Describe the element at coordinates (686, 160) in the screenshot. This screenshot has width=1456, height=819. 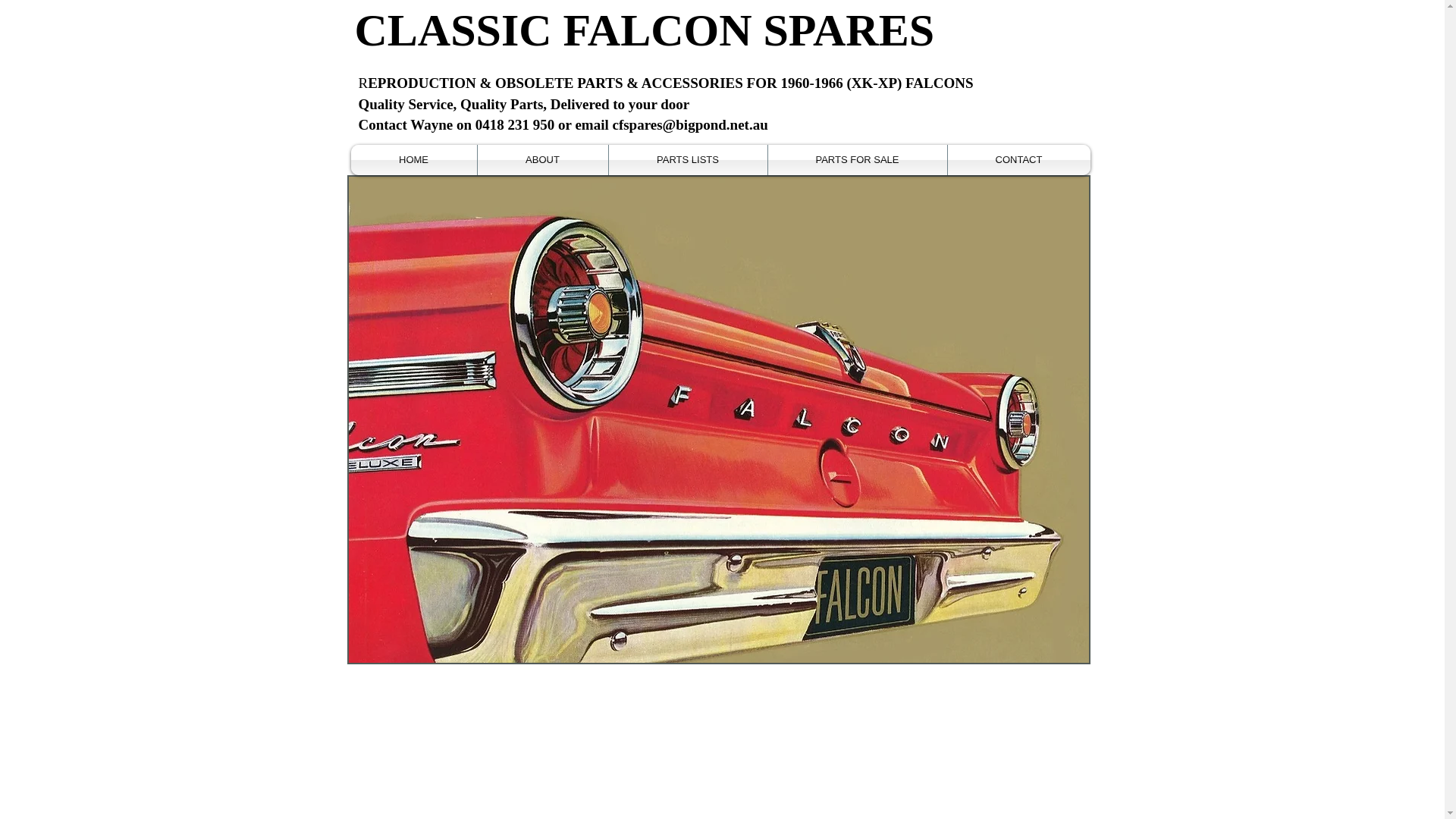
I see `'PARTS LISTS'` at that location.